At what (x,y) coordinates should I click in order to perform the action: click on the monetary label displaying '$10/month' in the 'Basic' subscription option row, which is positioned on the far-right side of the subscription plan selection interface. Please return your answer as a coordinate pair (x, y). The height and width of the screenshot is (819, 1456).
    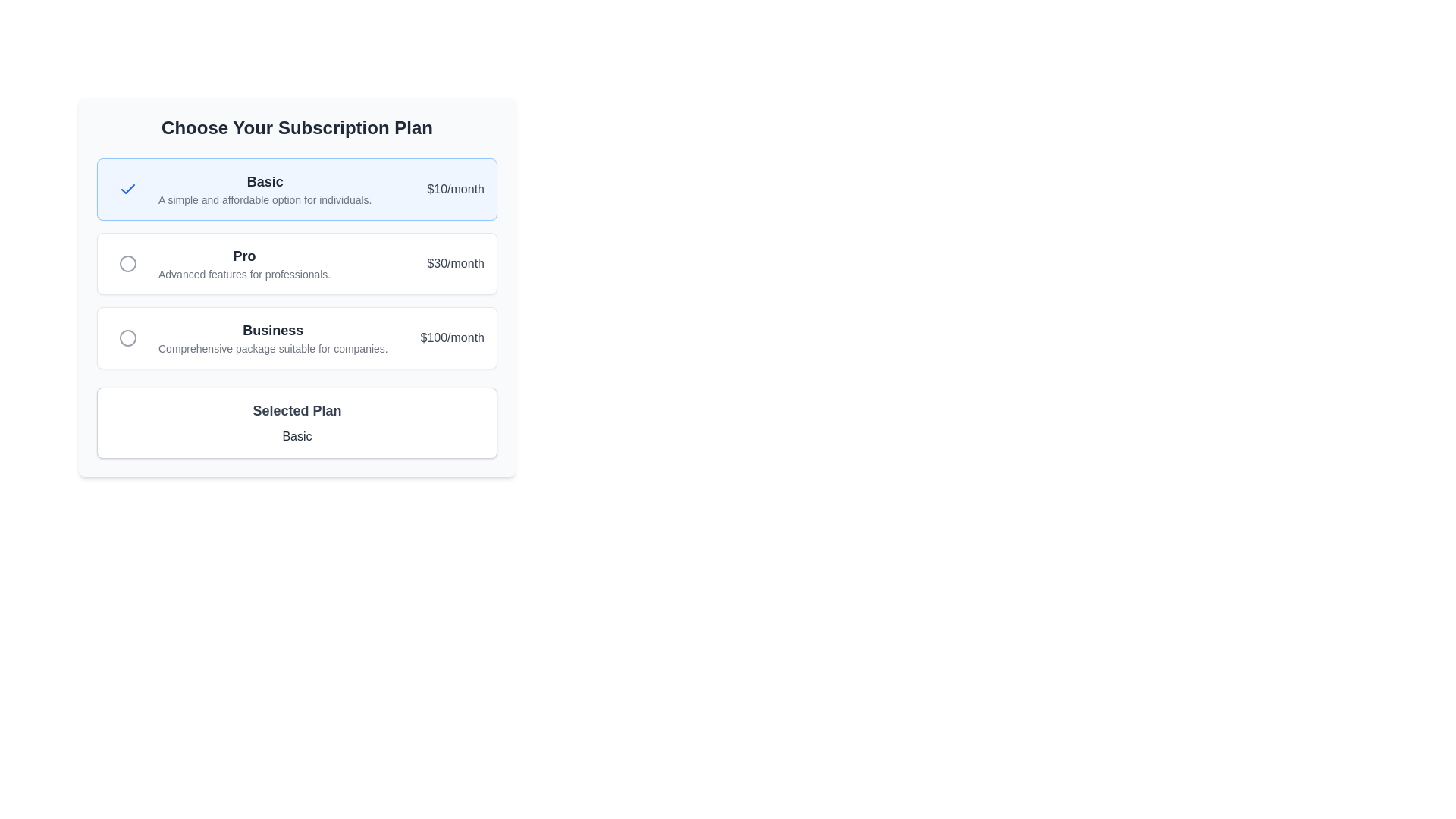
    Looking at the image, I should click on (455, 189).